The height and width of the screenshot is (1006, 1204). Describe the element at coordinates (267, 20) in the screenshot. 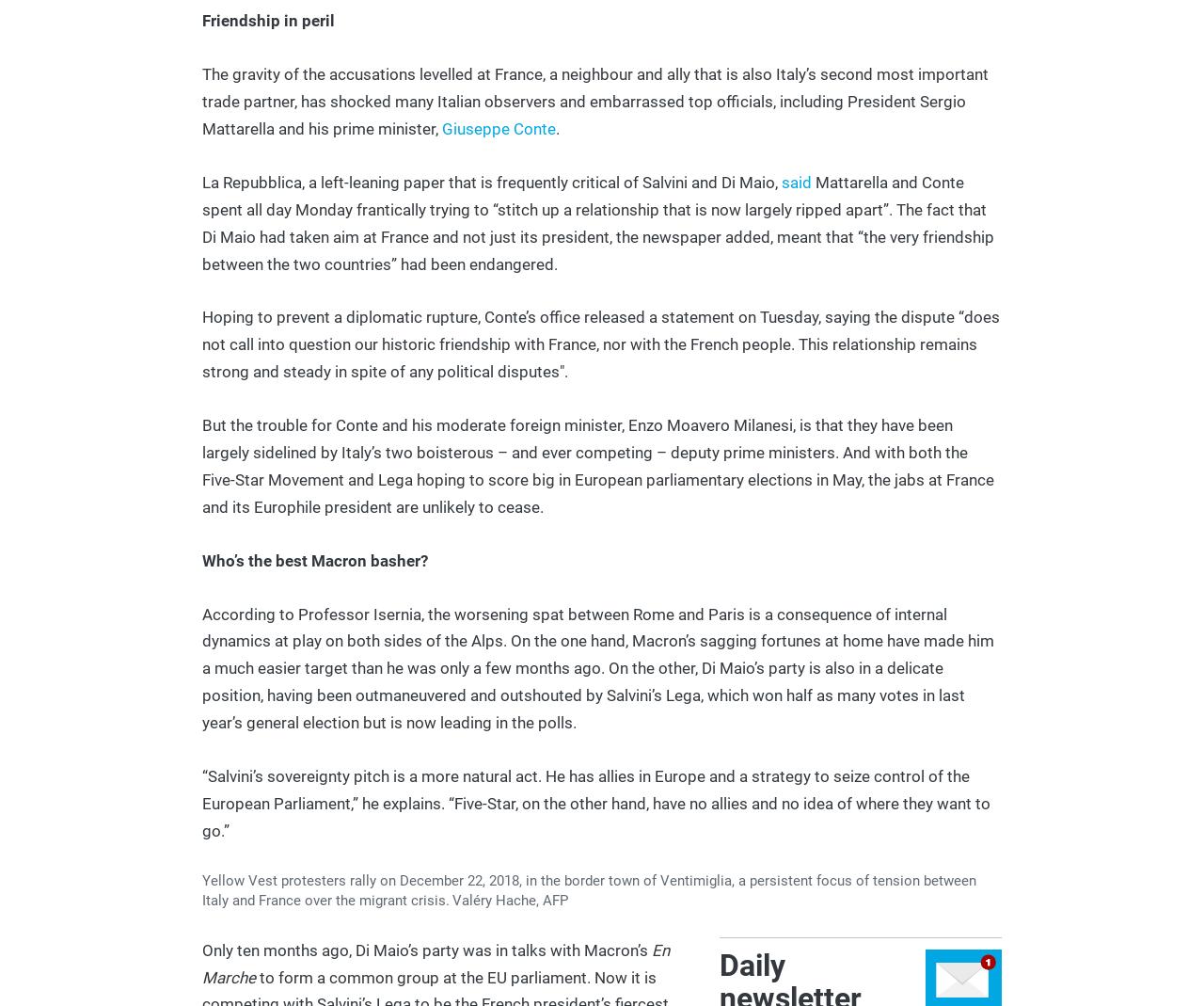

I see `'Friendship in peril'` at that location.